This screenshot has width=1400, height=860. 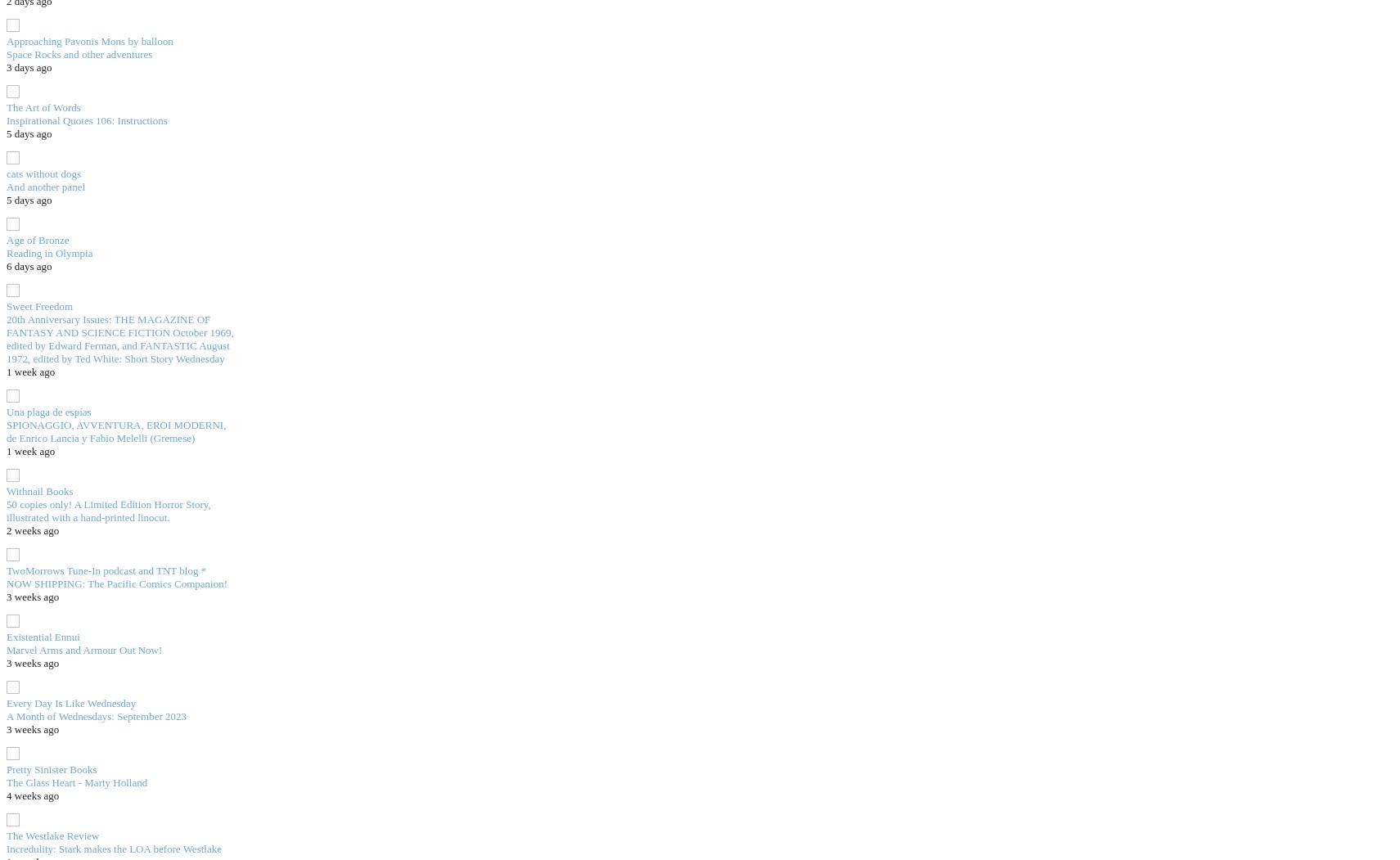 What do you see at coordinates (38, 490) in the screenshot?
I see `'Withnail Books'` at bounding box center [38, 490].